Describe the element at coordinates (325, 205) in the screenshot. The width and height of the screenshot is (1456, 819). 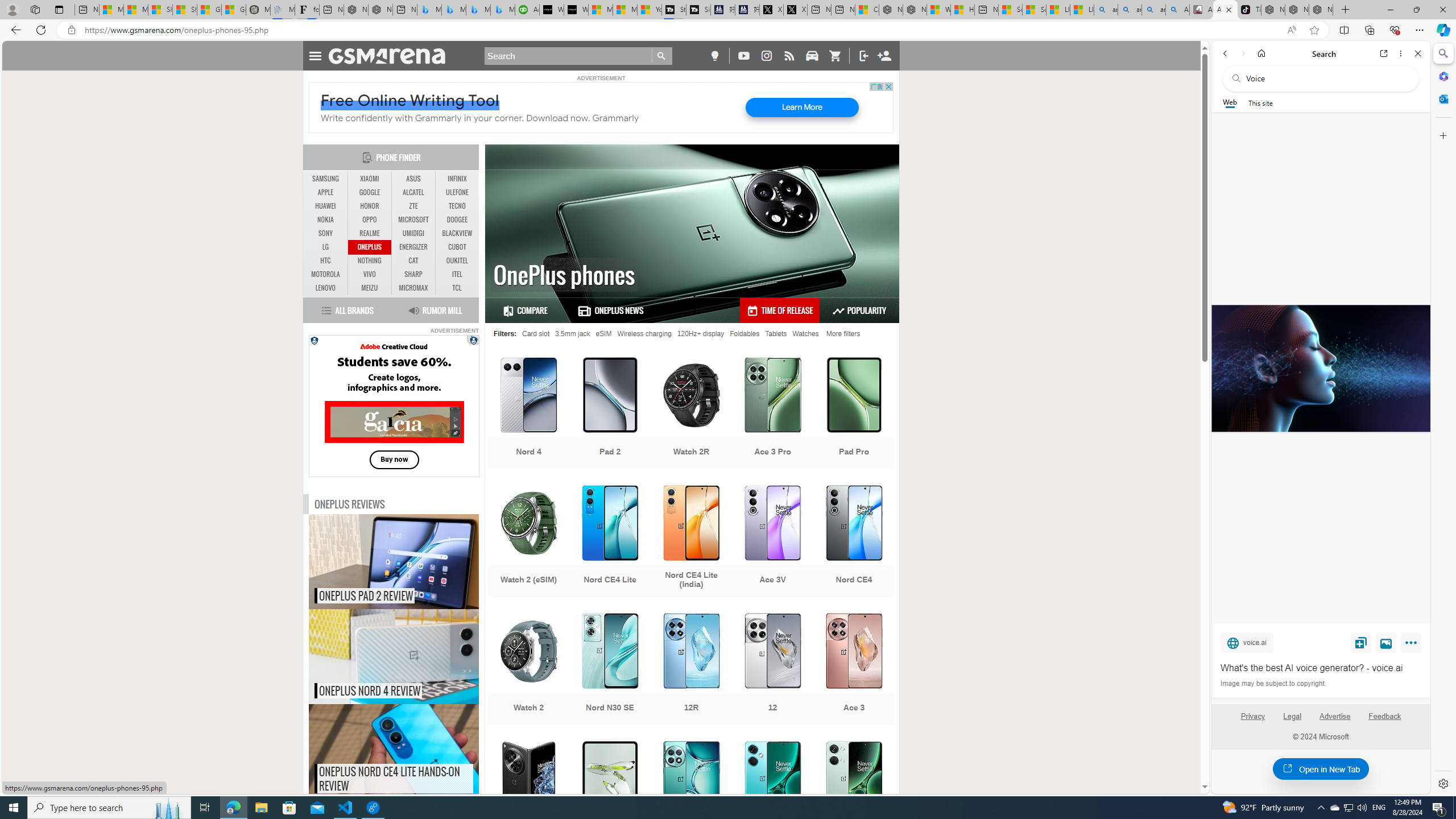
I see `'HUAWEI'` at that location.